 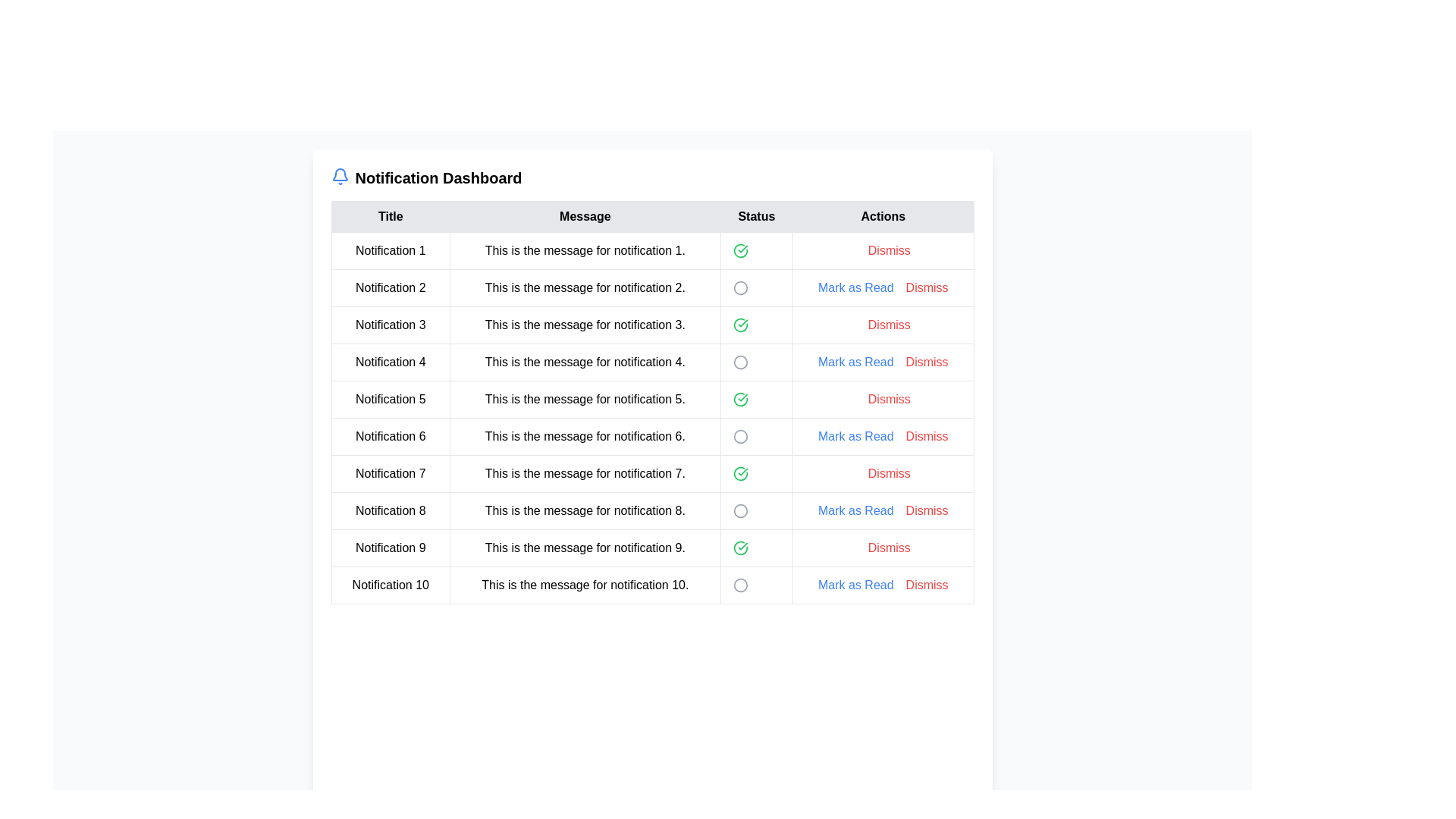 I want to click on icon styling of the Status Indicator located in the 'Status' column of the notification table for 'Notification 1', so click(x=756, y=250).